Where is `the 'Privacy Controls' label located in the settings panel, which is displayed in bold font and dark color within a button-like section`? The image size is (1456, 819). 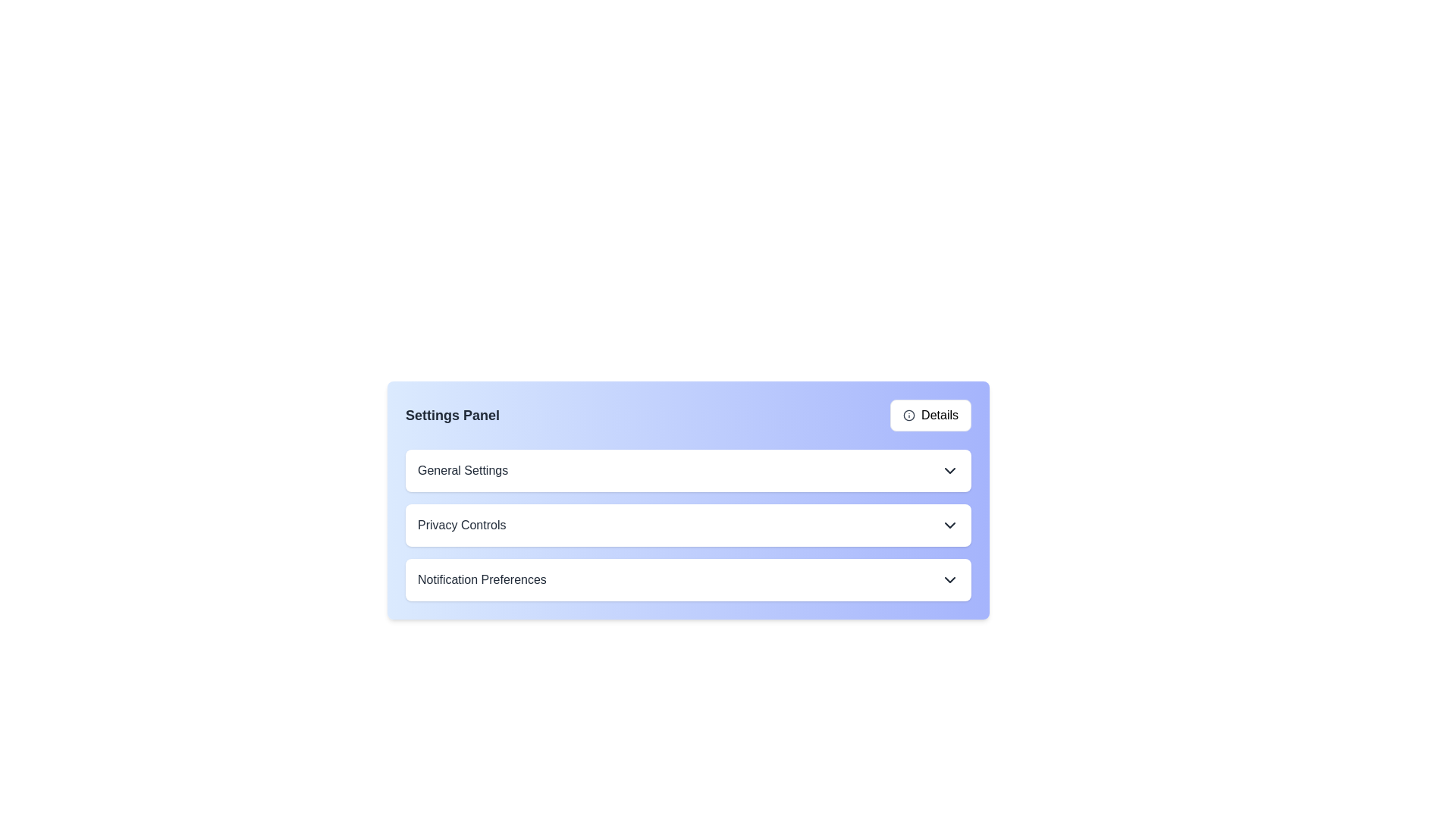 the 'Privacy Controls' label located in the settings panel, which is displayed in bold font and dark color within a button-like section is located at coordinates (461, 525).